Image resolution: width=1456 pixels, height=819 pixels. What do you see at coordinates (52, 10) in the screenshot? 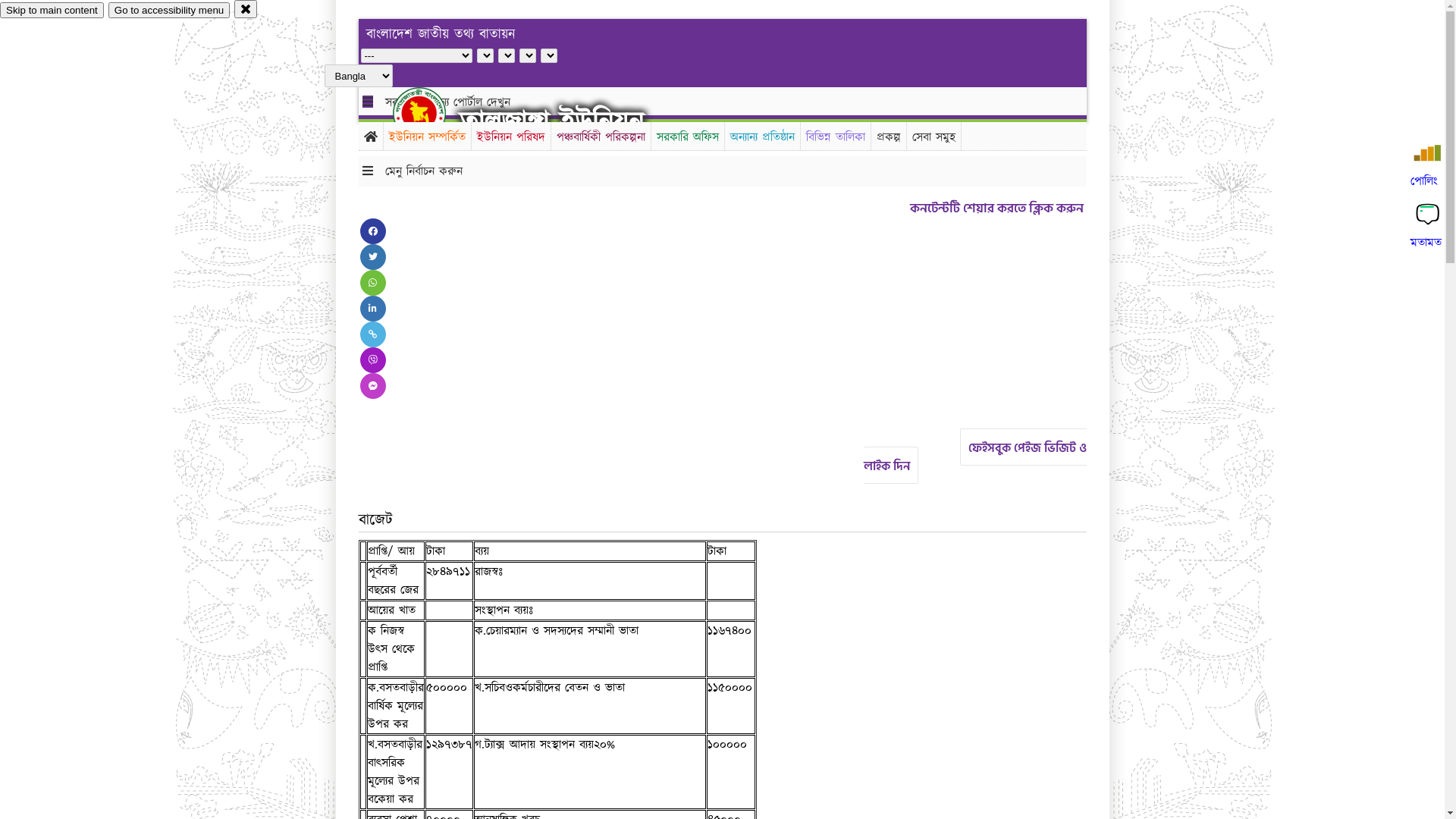
I see `'Skip to main content'` at bounding box center [52, 10].